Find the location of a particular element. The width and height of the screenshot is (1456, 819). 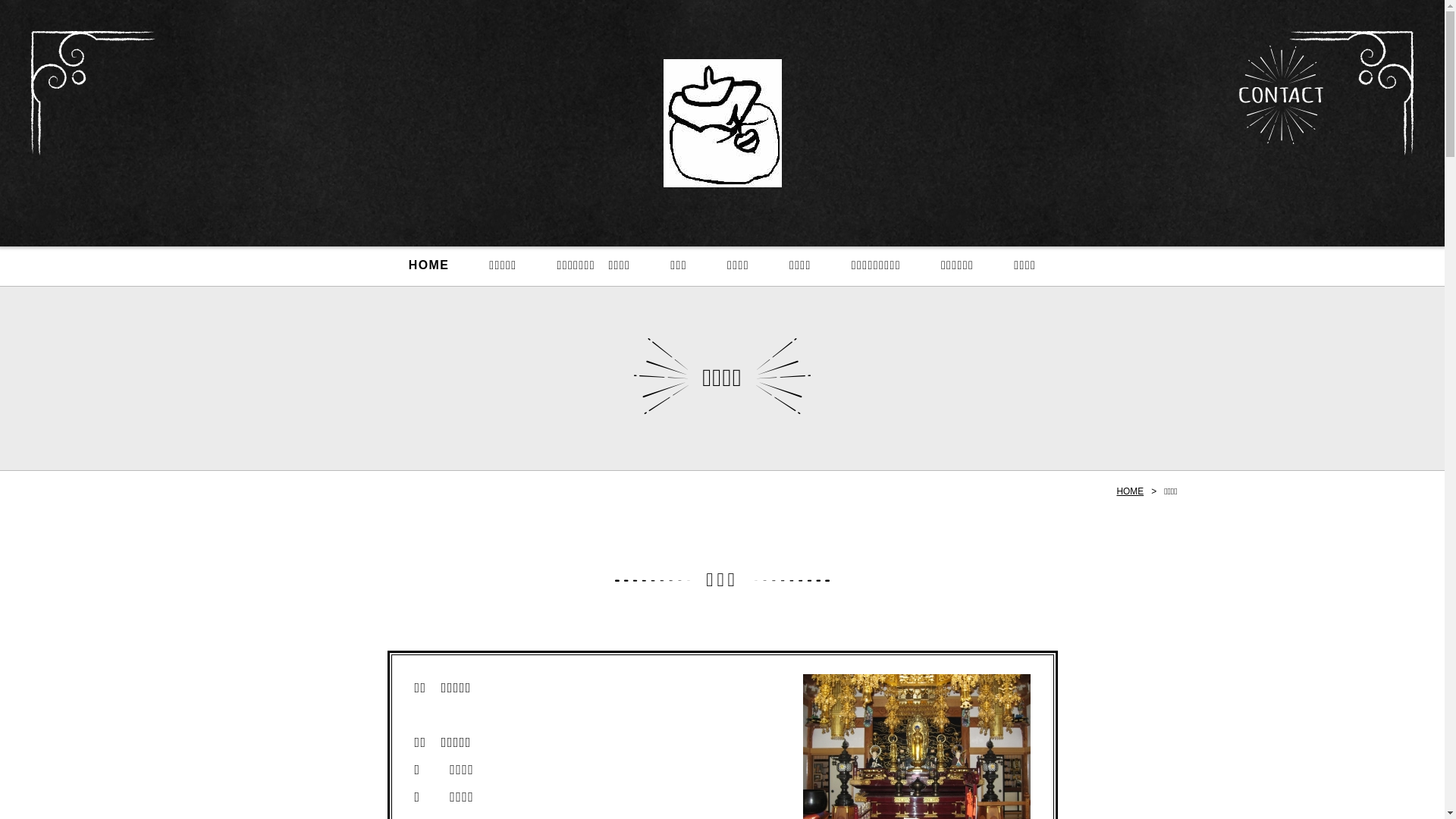

'CONTACT' is located at coordinates (1280, 94).